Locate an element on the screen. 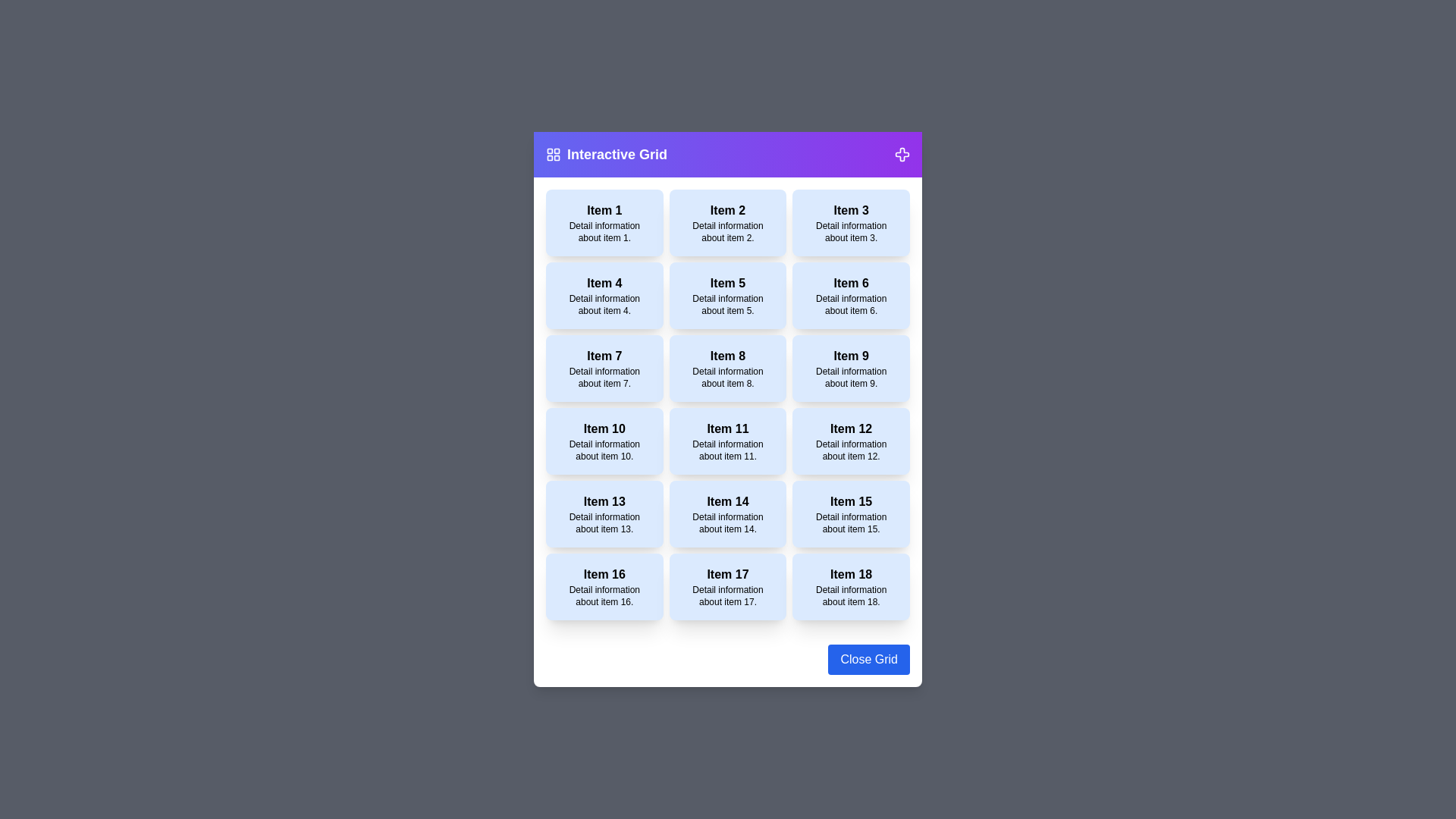 Image resolution: width=1456 pixels, height=819 pixels. the 'Close Grid' button located in the footer section of the dialog is located at coordinates (869, 659).